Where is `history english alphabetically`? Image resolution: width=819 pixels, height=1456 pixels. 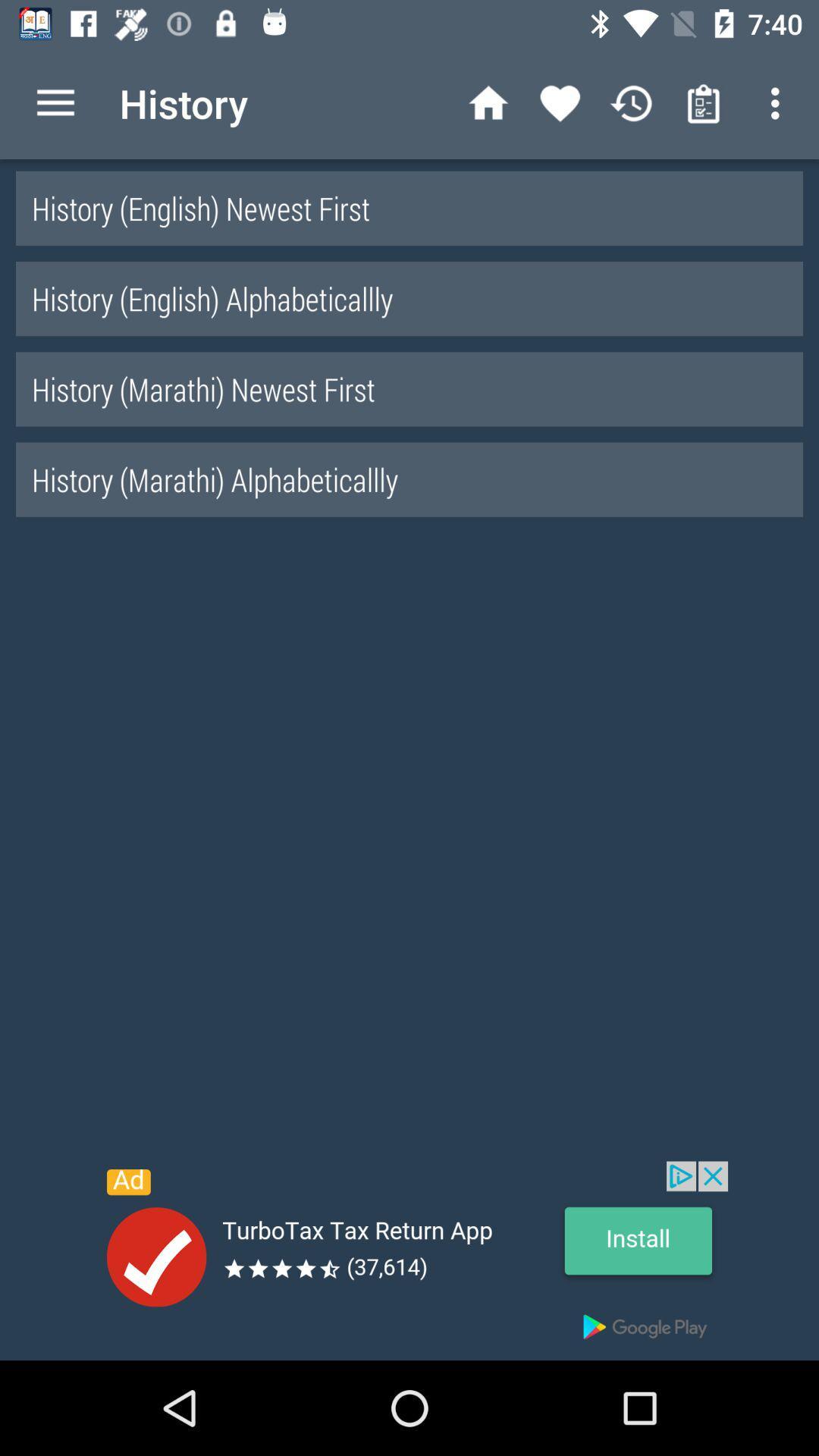
history english alphabetically is located at coordinates (409, 298).